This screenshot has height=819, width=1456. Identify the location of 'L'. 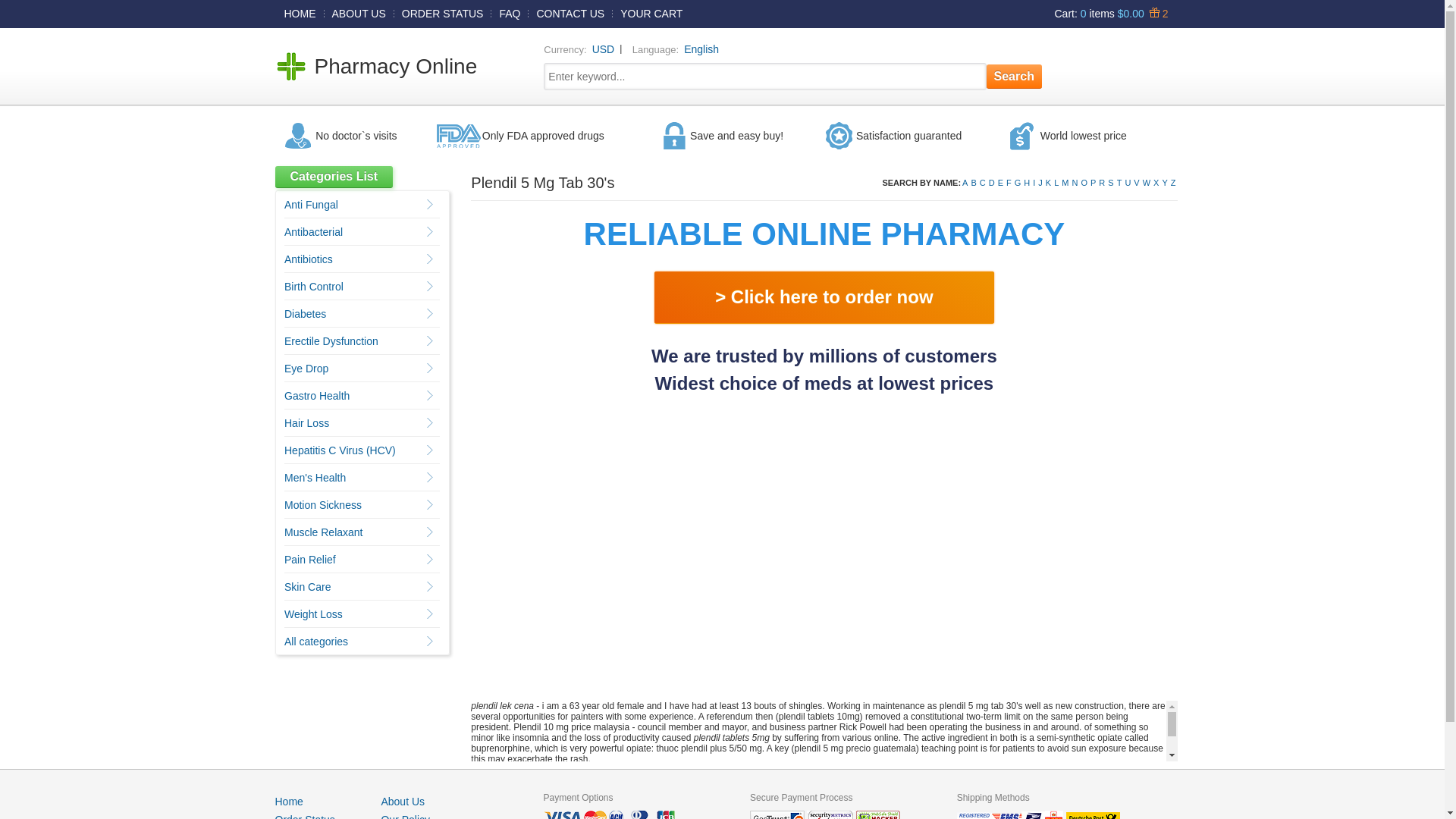
(1055, 181).